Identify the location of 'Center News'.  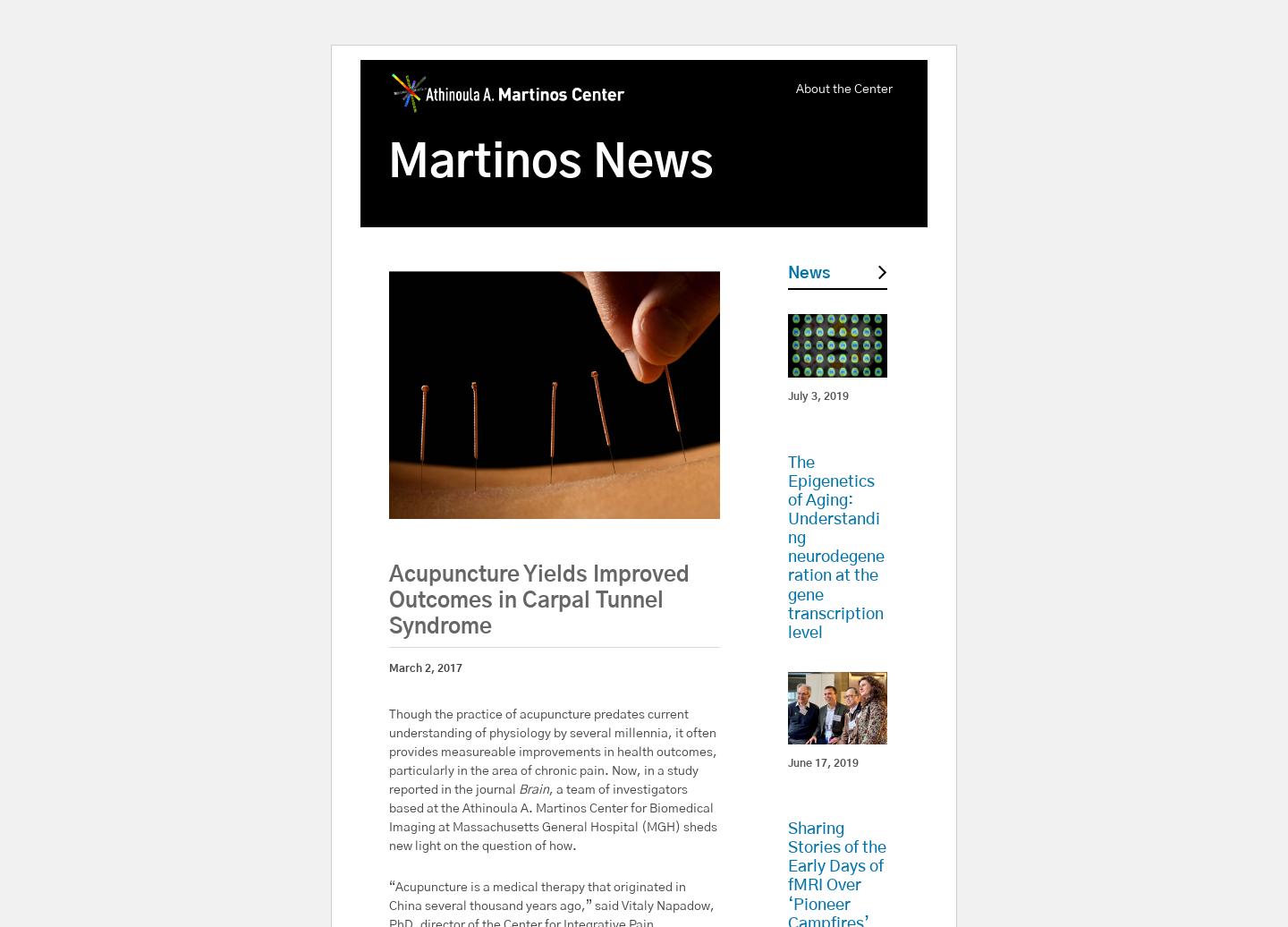
(820, 790).